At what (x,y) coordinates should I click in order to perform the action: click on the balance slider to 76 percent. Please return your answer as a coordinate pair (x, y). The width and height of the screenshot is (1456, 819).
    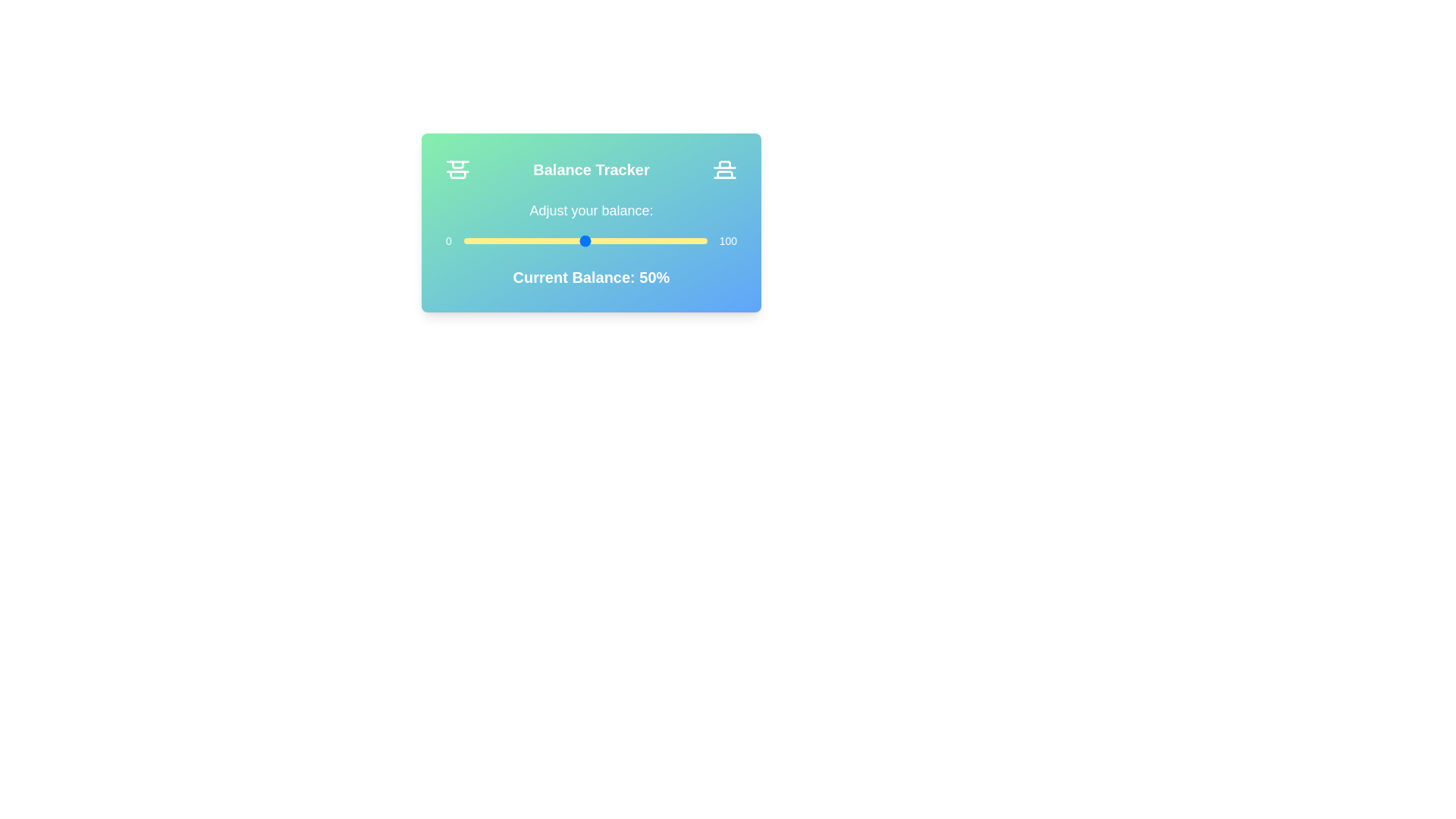
    Looking at the image, I should click on (648, 240).